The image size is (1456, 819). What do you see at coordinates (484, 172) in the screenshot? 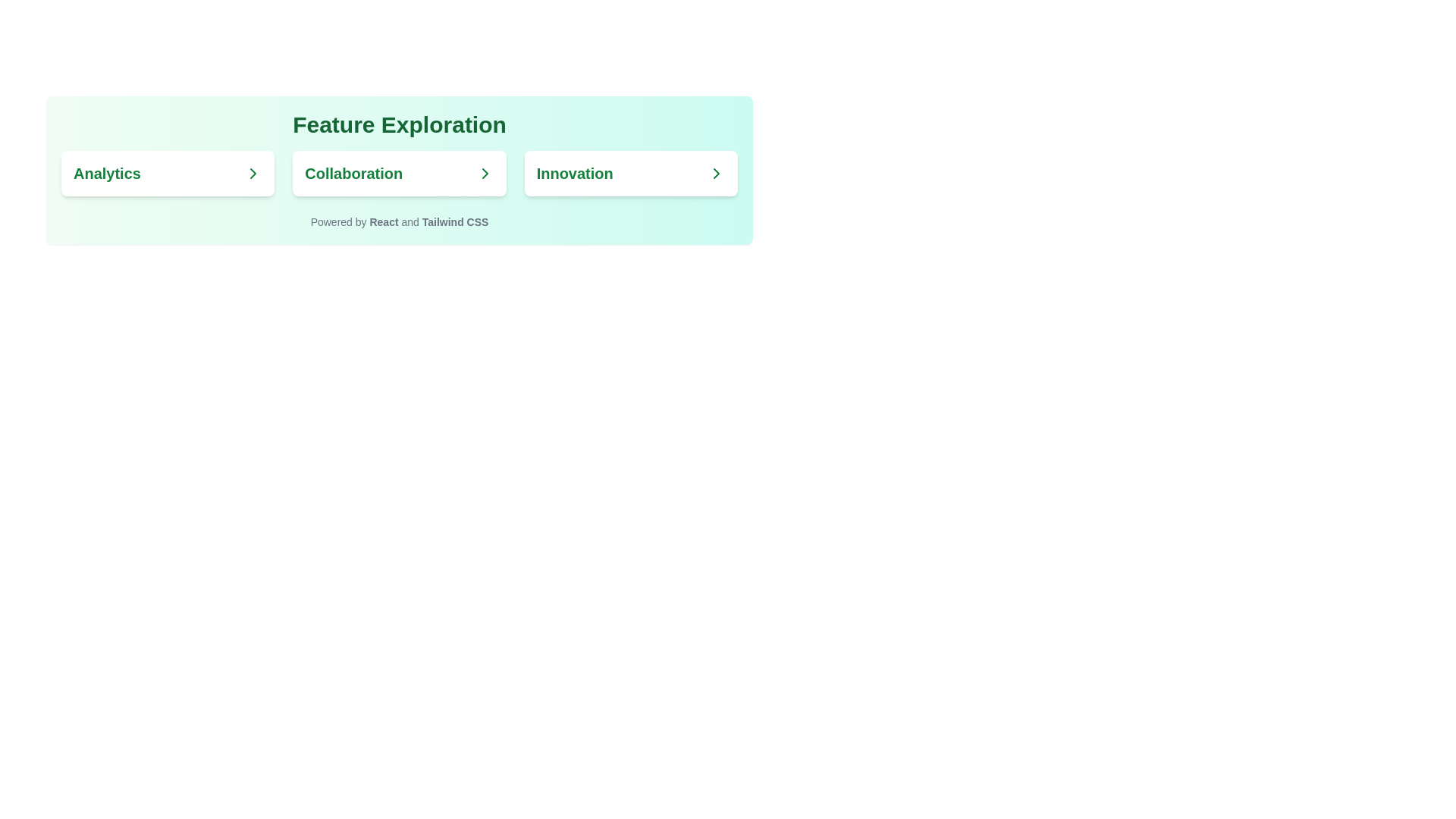
I see `the SVG chevron icon located to the right of the 'Collaboration' text in the 'Feature Exploration' menu` at bounding box center [484, 172].